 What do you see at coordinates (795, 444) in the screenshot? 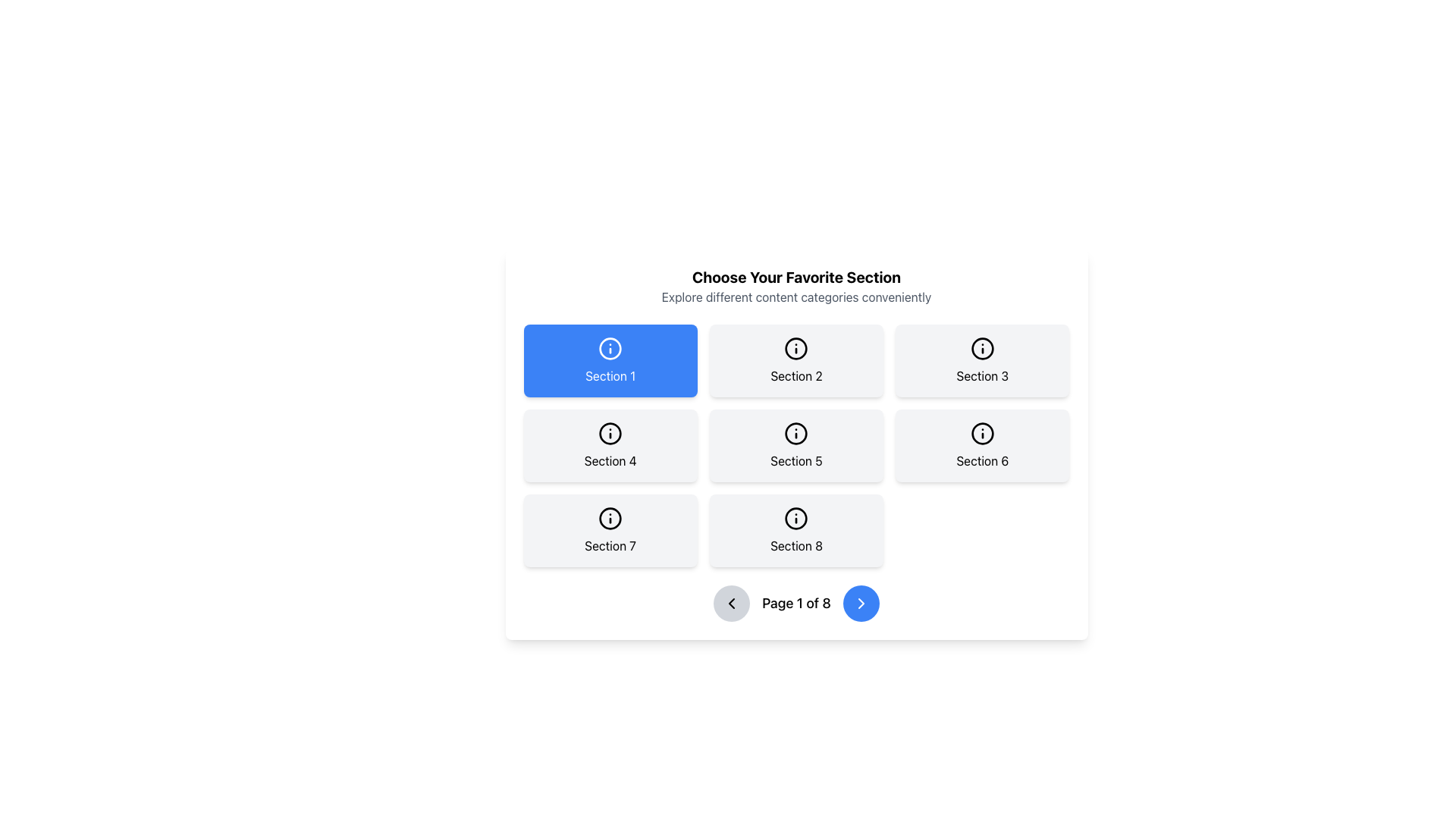
I see `the navigation button for 'Section 5', located in the center column and second row of a 3x3 grid layout` at bounding box center [795, 444].